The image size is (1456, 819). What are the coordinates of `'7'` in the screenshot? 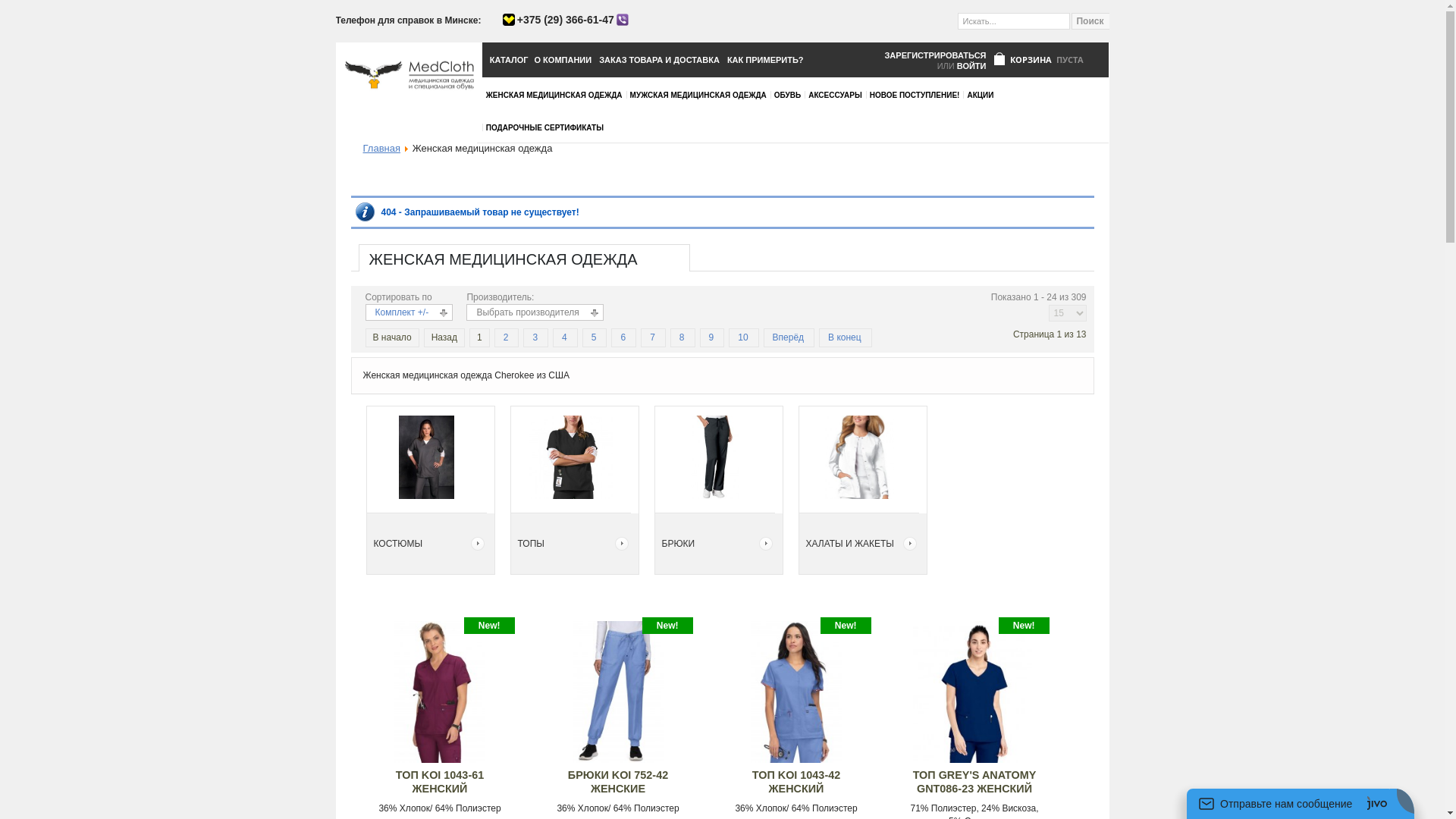 It's located at (652, 336).